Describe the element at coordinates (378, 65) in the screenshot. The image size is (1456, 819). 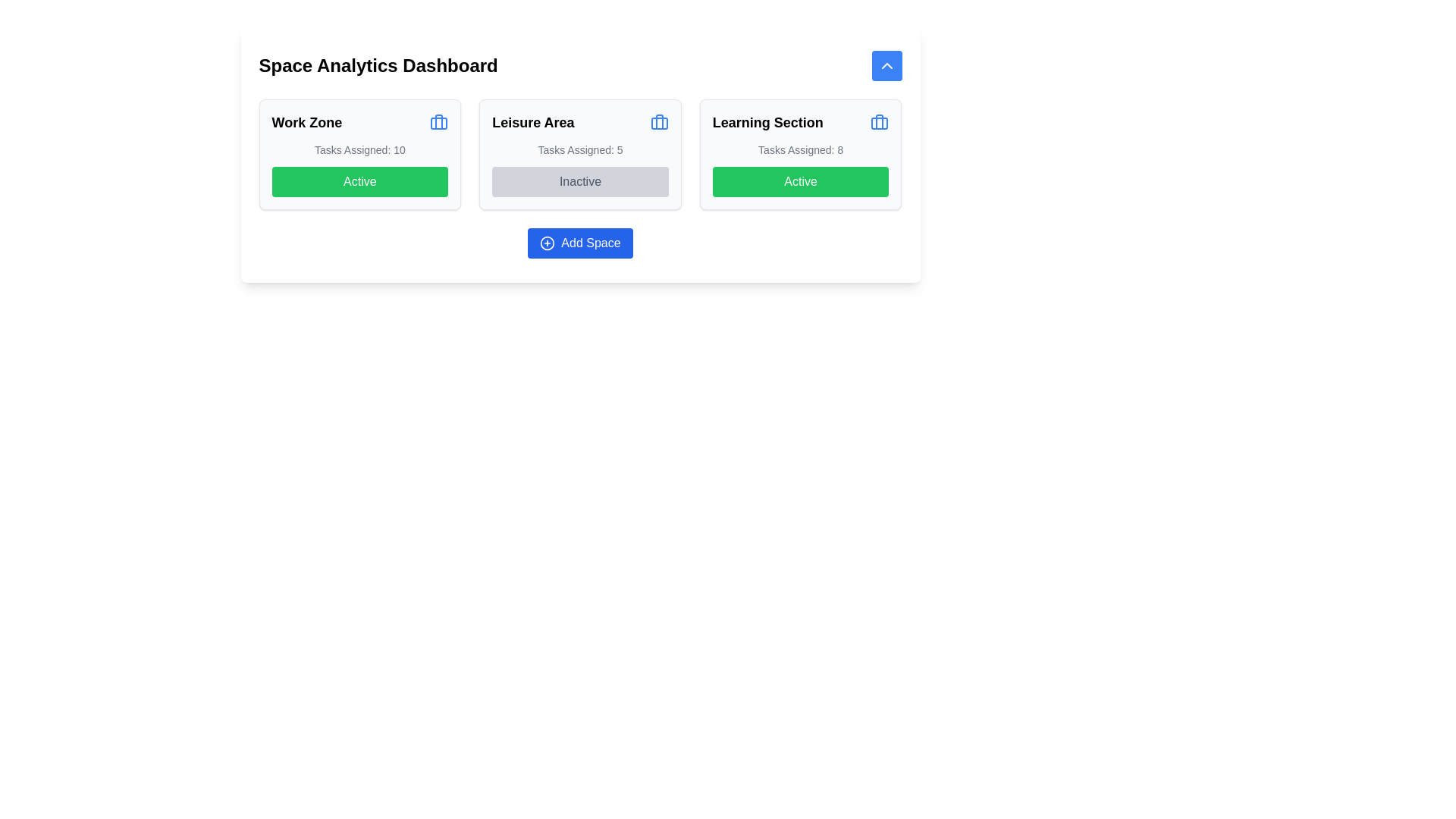
I see `the textual header 'Space Analytics Dashboard', which is styled in bold and positioned prominently in the top-left section of the interface` at that location.